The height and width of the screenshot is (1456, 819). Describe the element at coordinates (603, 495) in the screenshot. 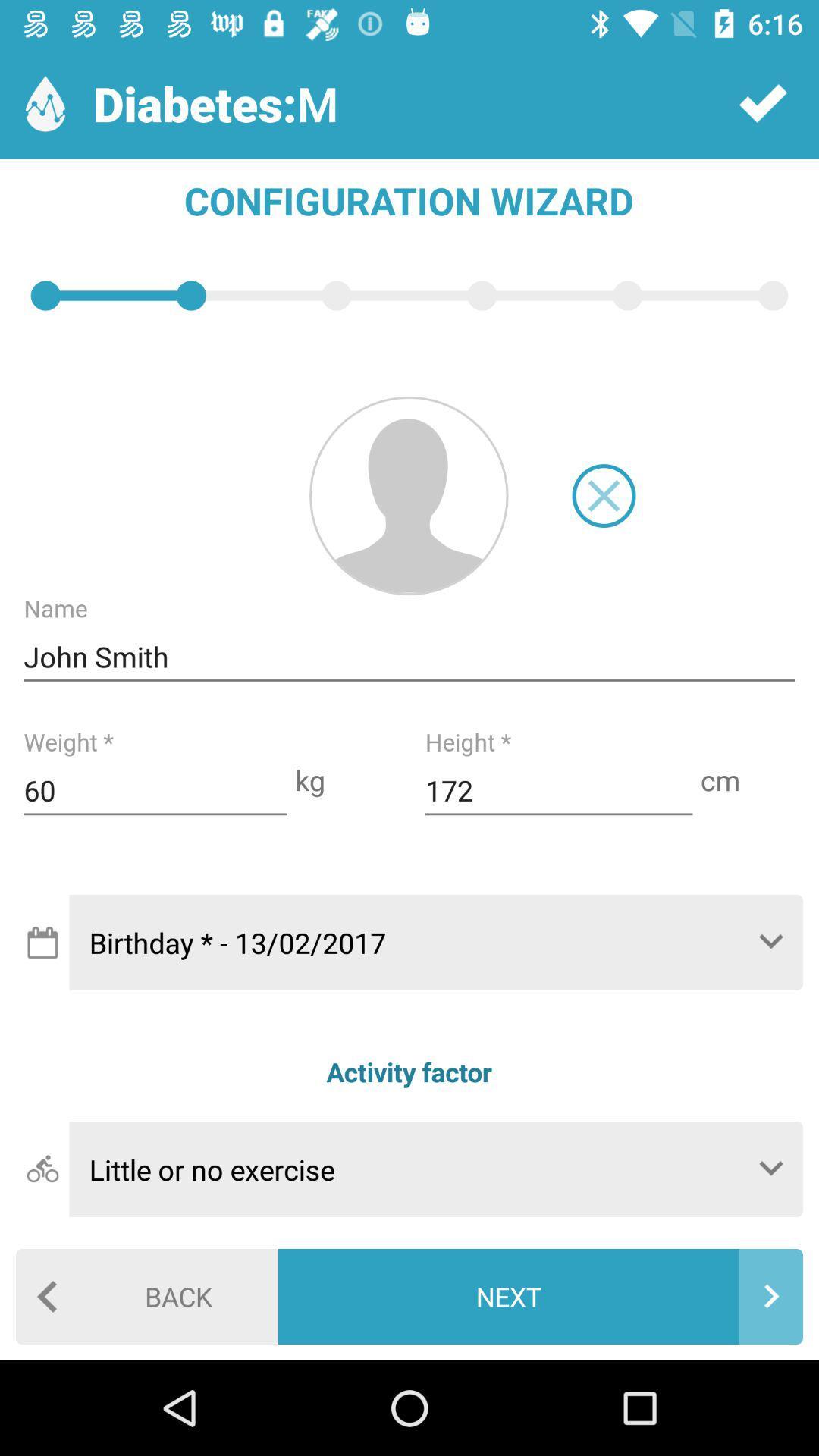

I see `cancel image` at that location.